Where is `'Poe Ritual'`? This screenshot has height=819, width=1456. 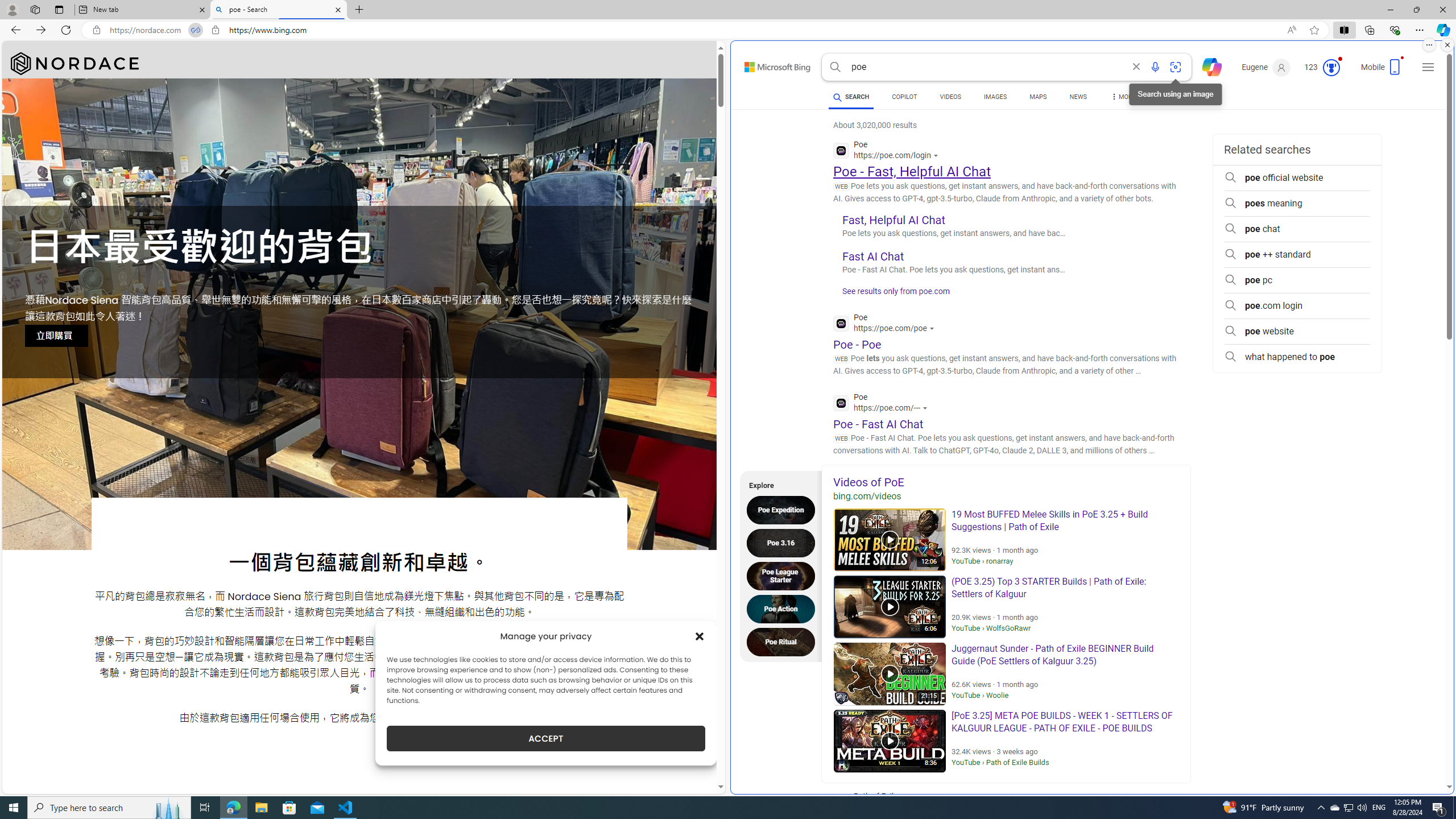
'Poe Ritual' is located at coordinates (783, 641).